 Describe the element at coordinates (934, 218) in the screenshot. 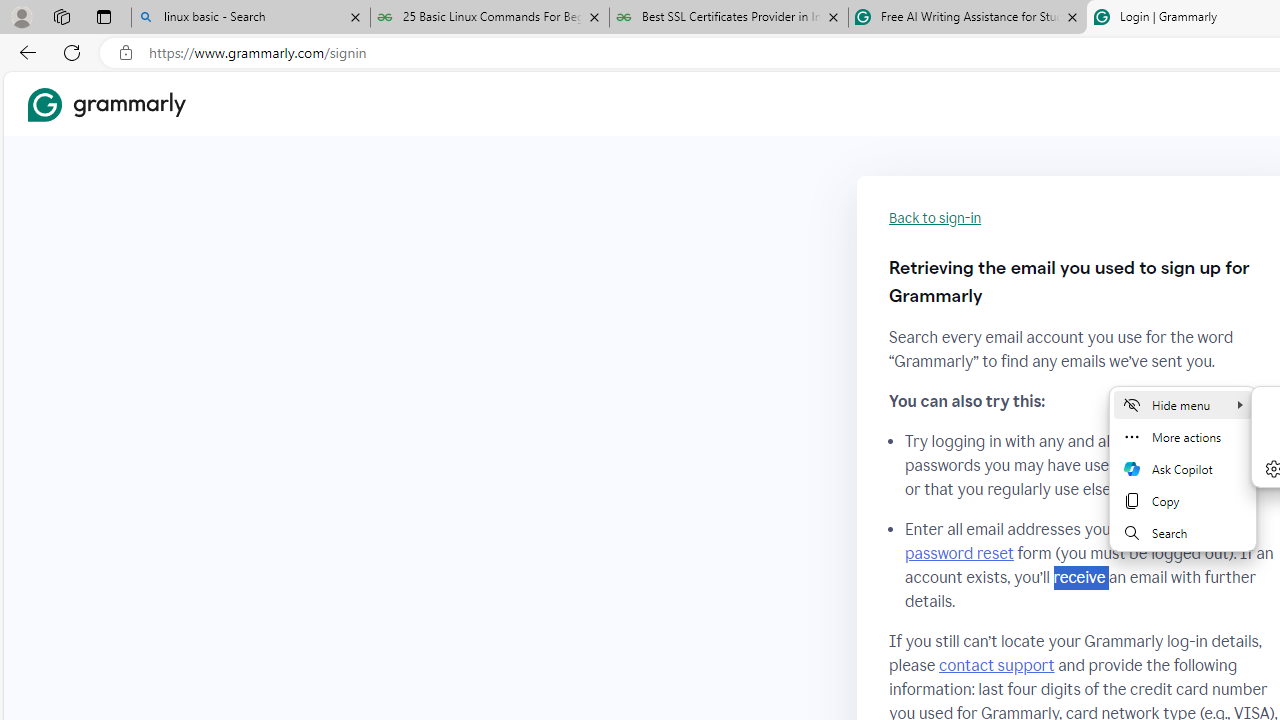

I see `'Back to sign-in'` at that location.